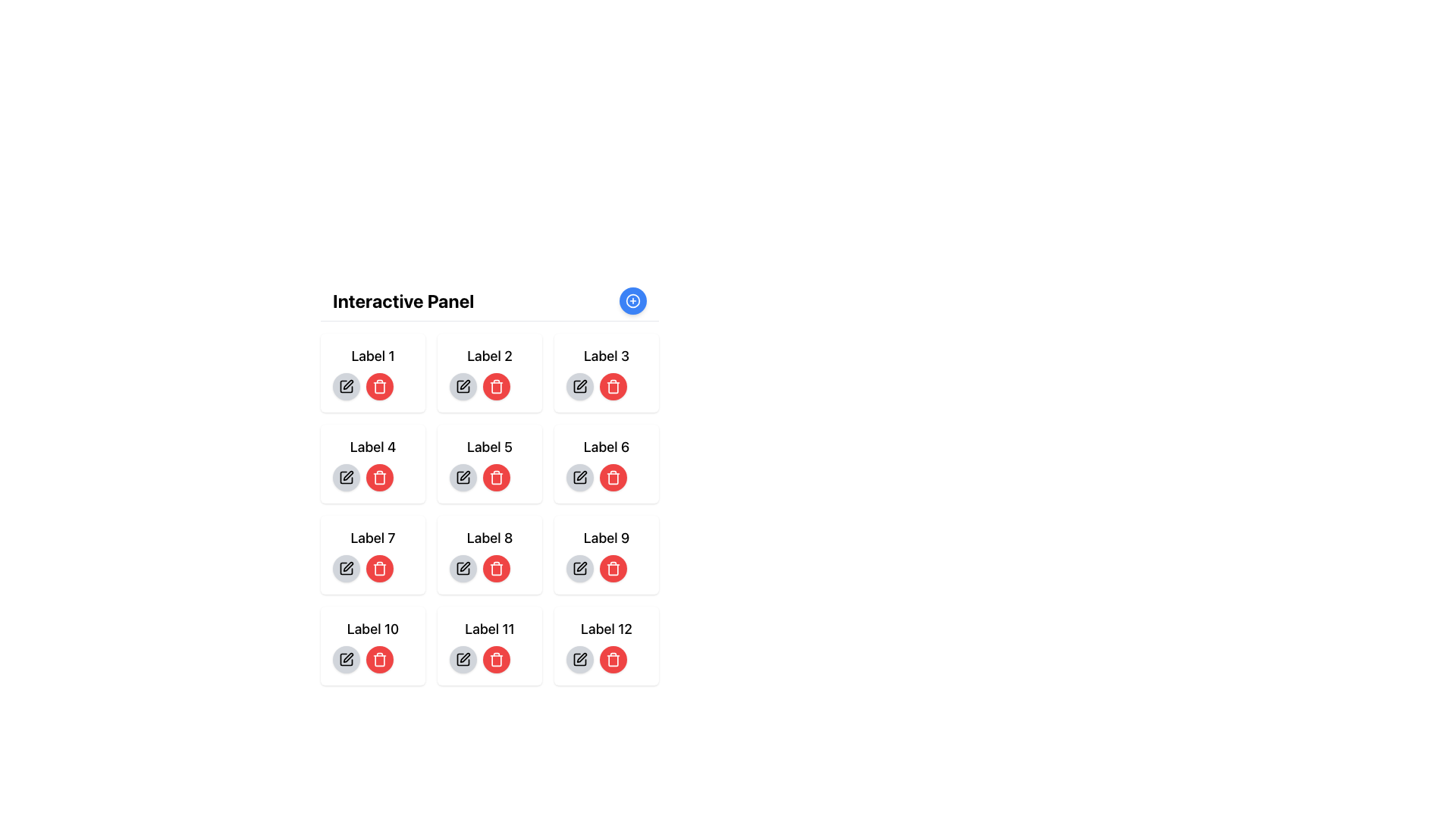  Describe the element at coordinates (347, 475) in the screenshot. I see `the iconographic edit button shaped like a pen or pencil within the cell labeled 'Label 4' in the grid layout to initiate an edit action` at that location.